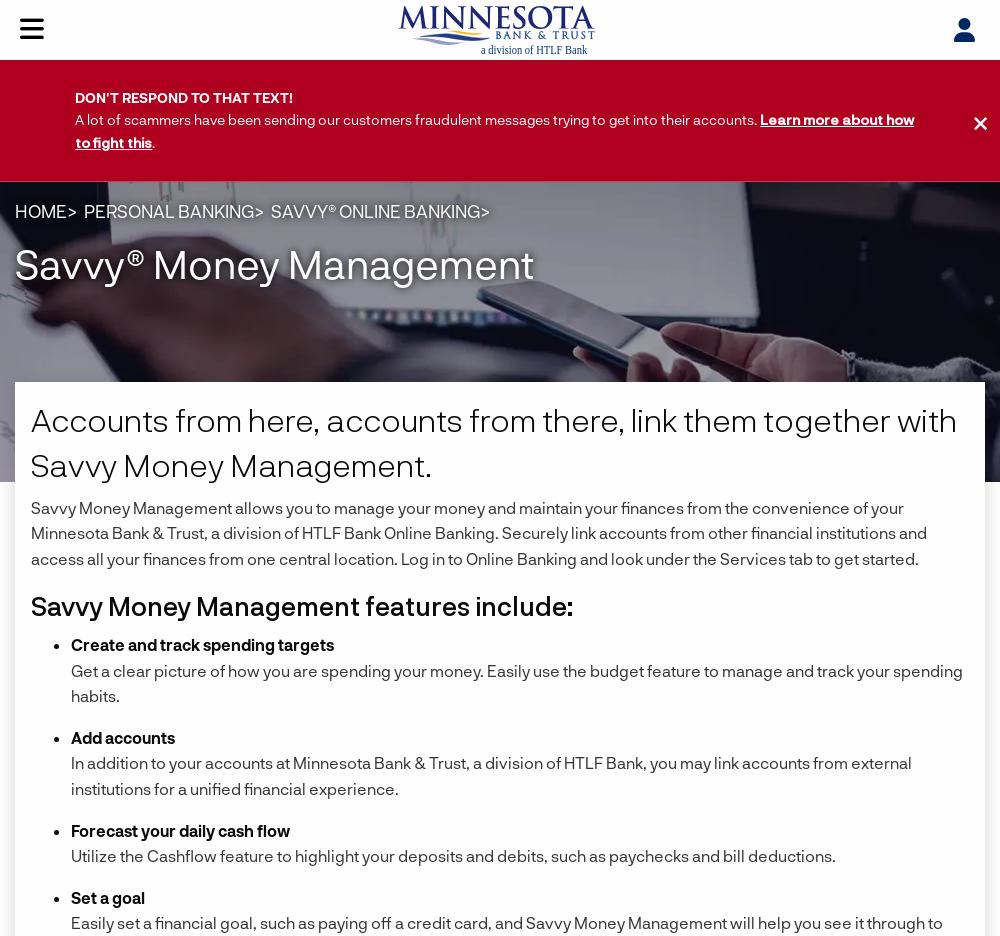 Image resolution: width=1000 pixels, height=936 pixels. What do you see at coordinates (122, 735) in the screenshot?
I see `'Add accounts'` at bounding box center [122, 735].